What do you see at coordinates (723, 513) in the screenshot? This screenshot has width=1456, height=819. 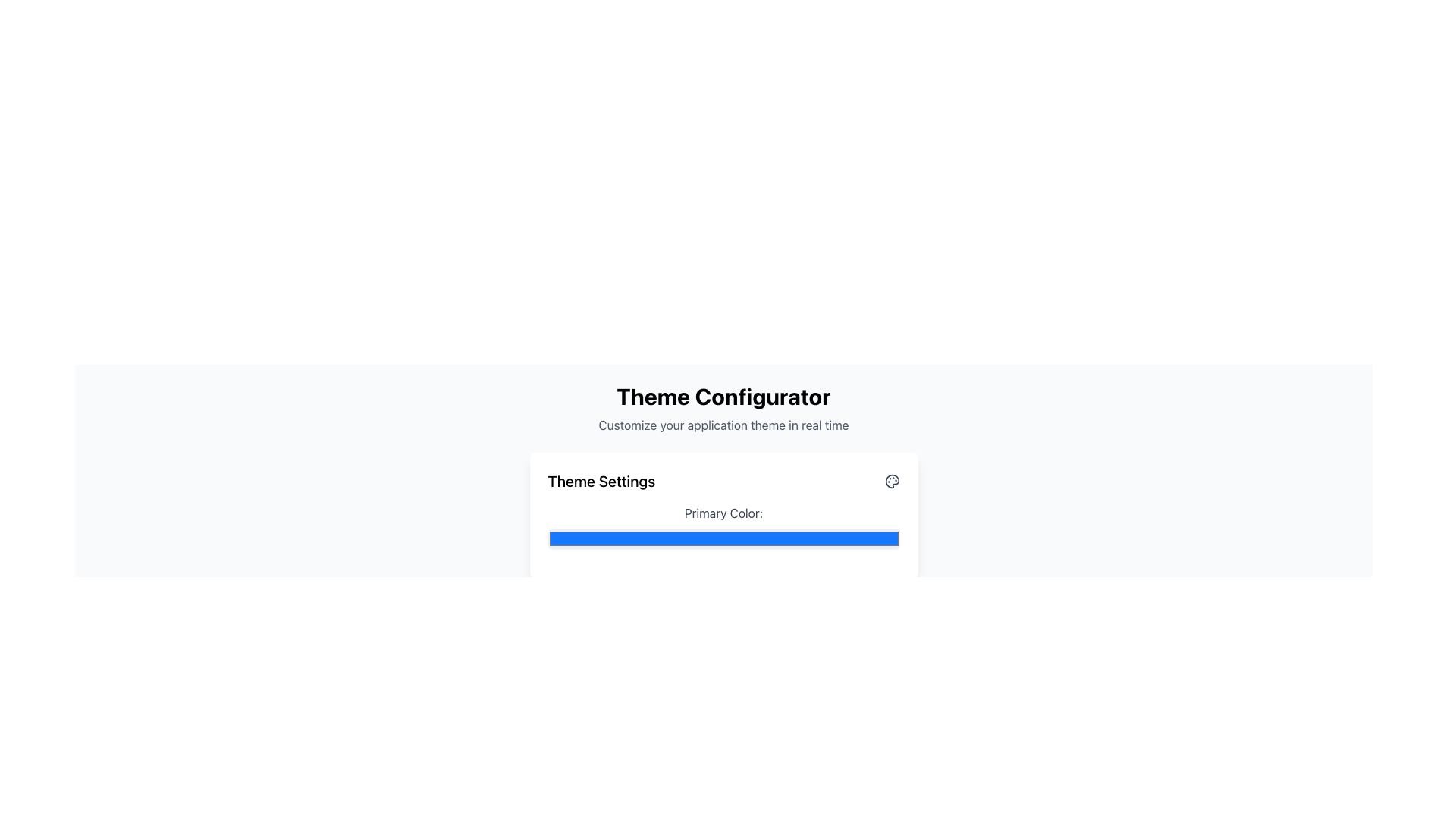 I see `the text label 'Primary Color:' which is positioned above the color selection input field` at bounding box center [723, 513].